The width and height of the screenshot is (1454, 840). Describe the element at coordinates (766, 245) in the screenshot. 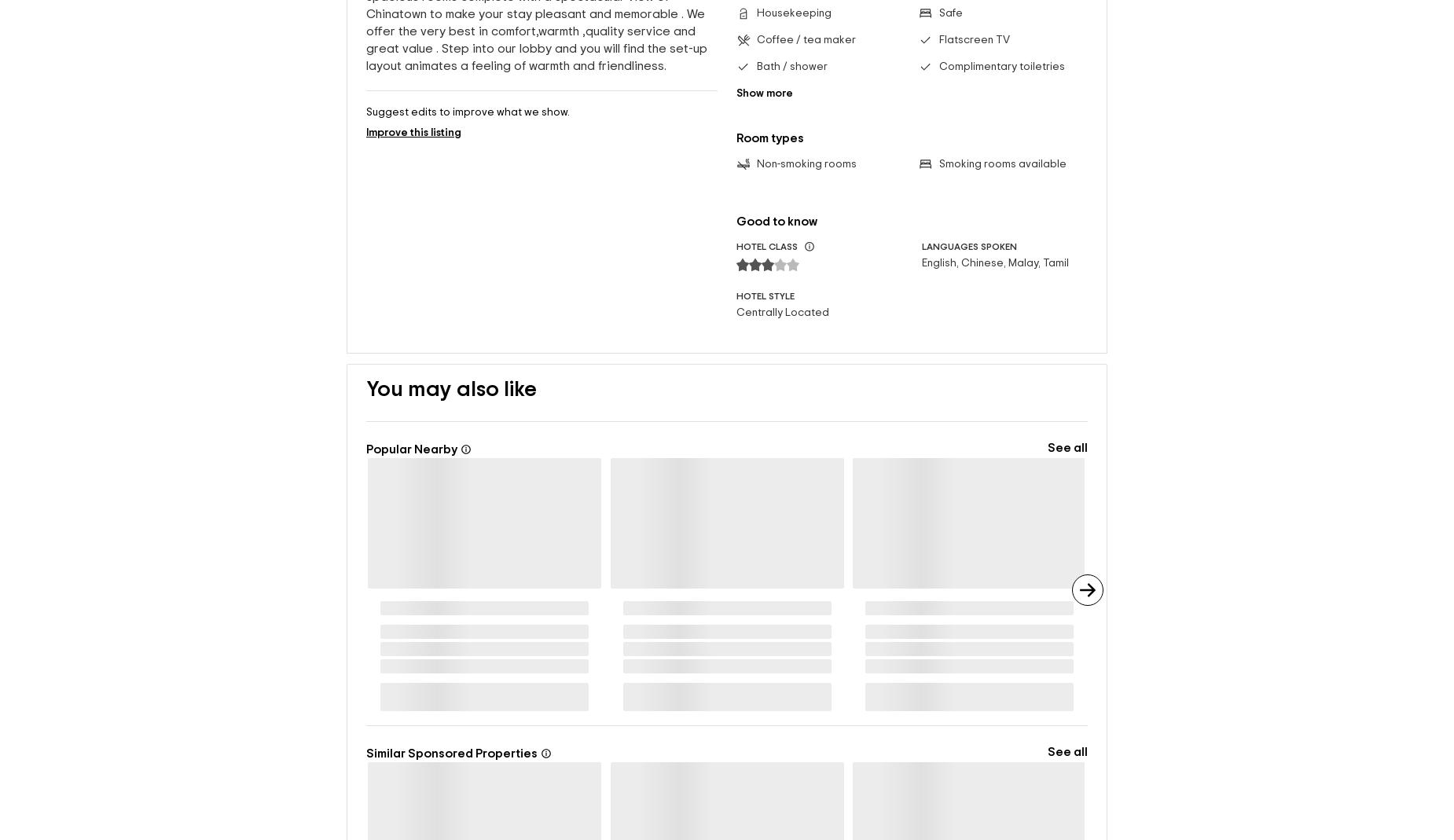

I see `'HOTEL CLASS'` at that location.